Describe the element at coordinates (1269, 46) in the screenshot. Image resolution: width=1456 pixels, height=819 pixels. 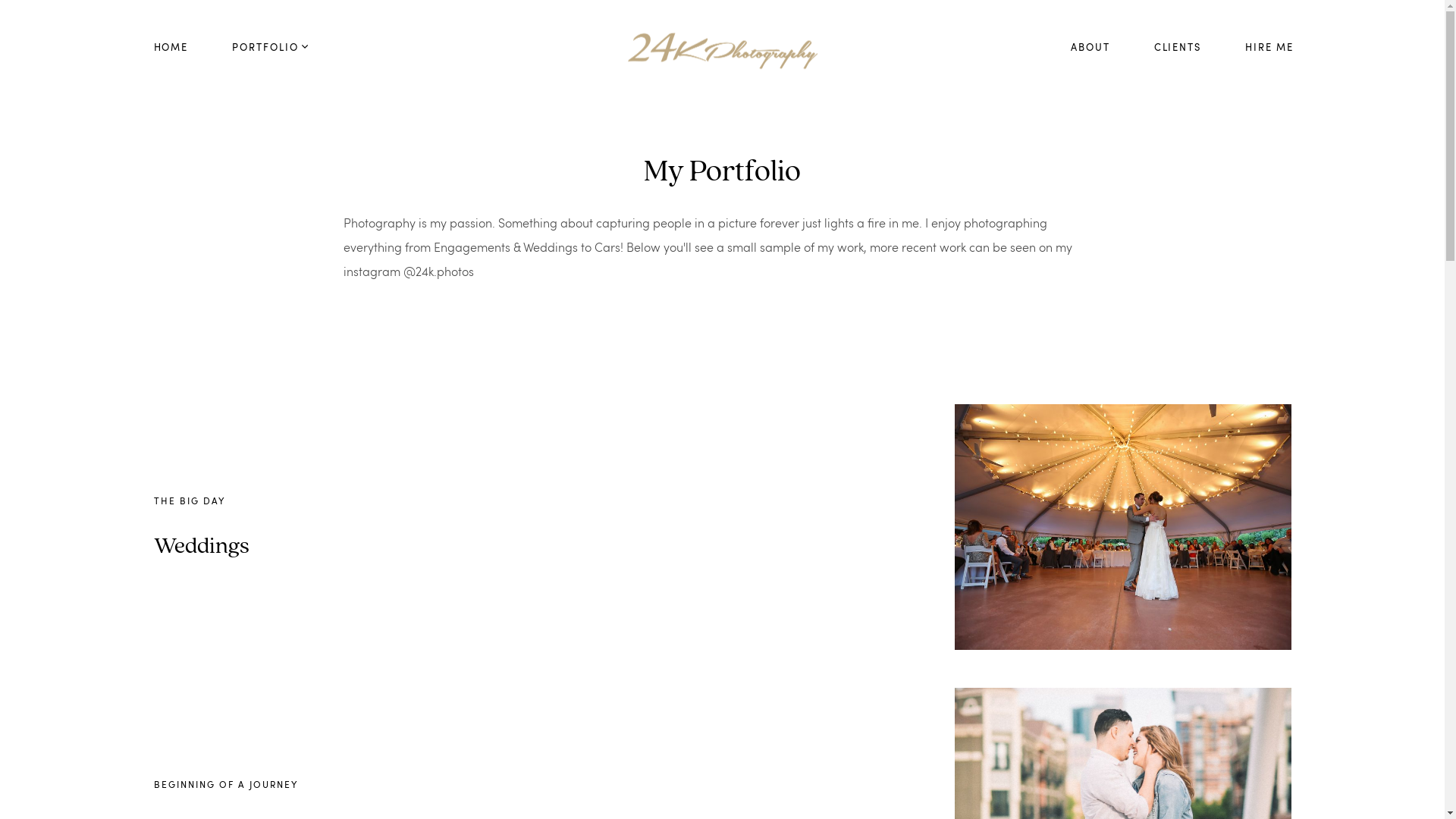
I see `'HIRE ME'` at that location.